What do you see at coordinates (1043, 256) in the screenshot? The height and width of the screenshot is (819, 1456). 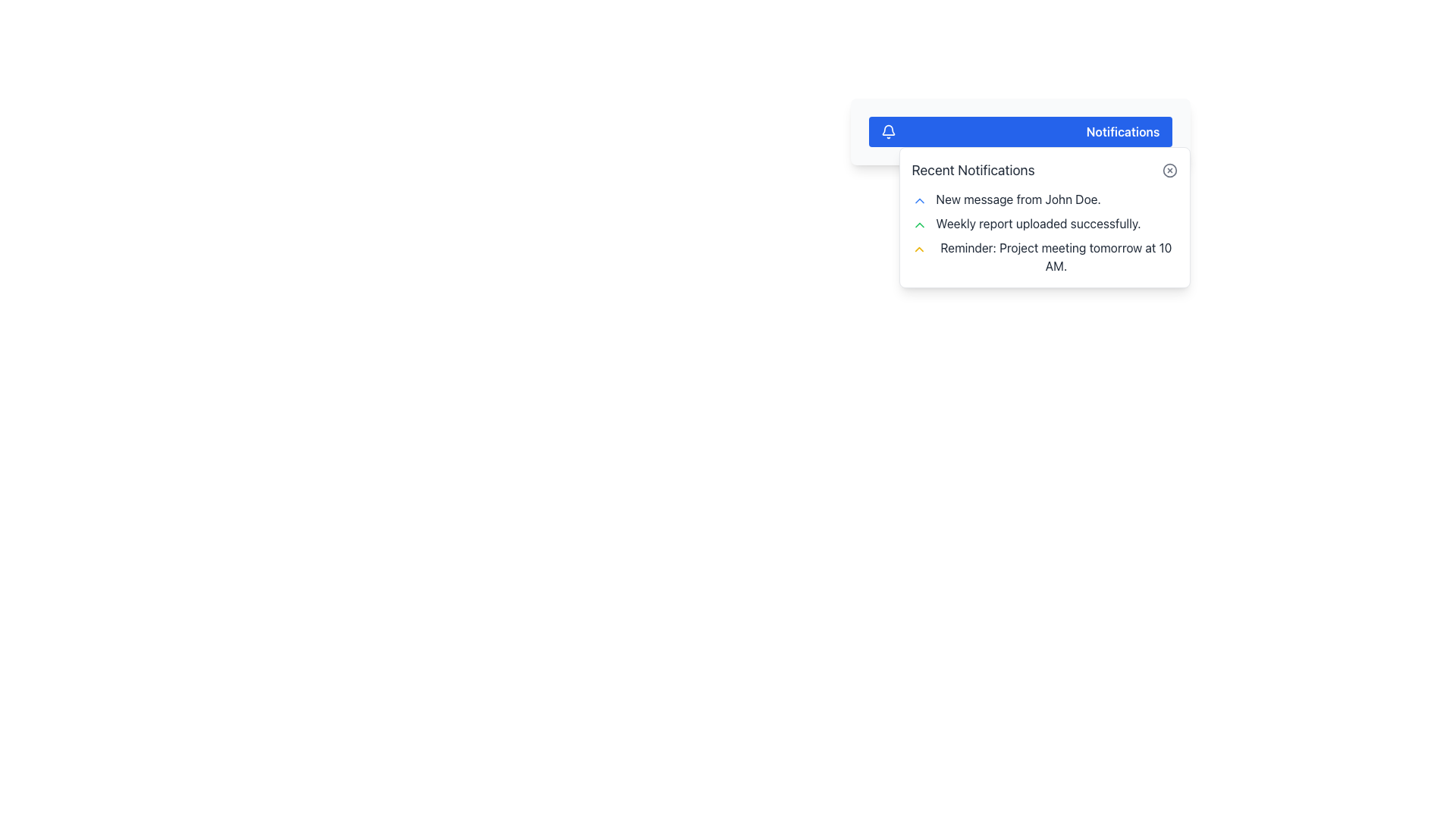 I see `the third notification in the 'Recent Notifications' list` at bounding box center [1043, 256].